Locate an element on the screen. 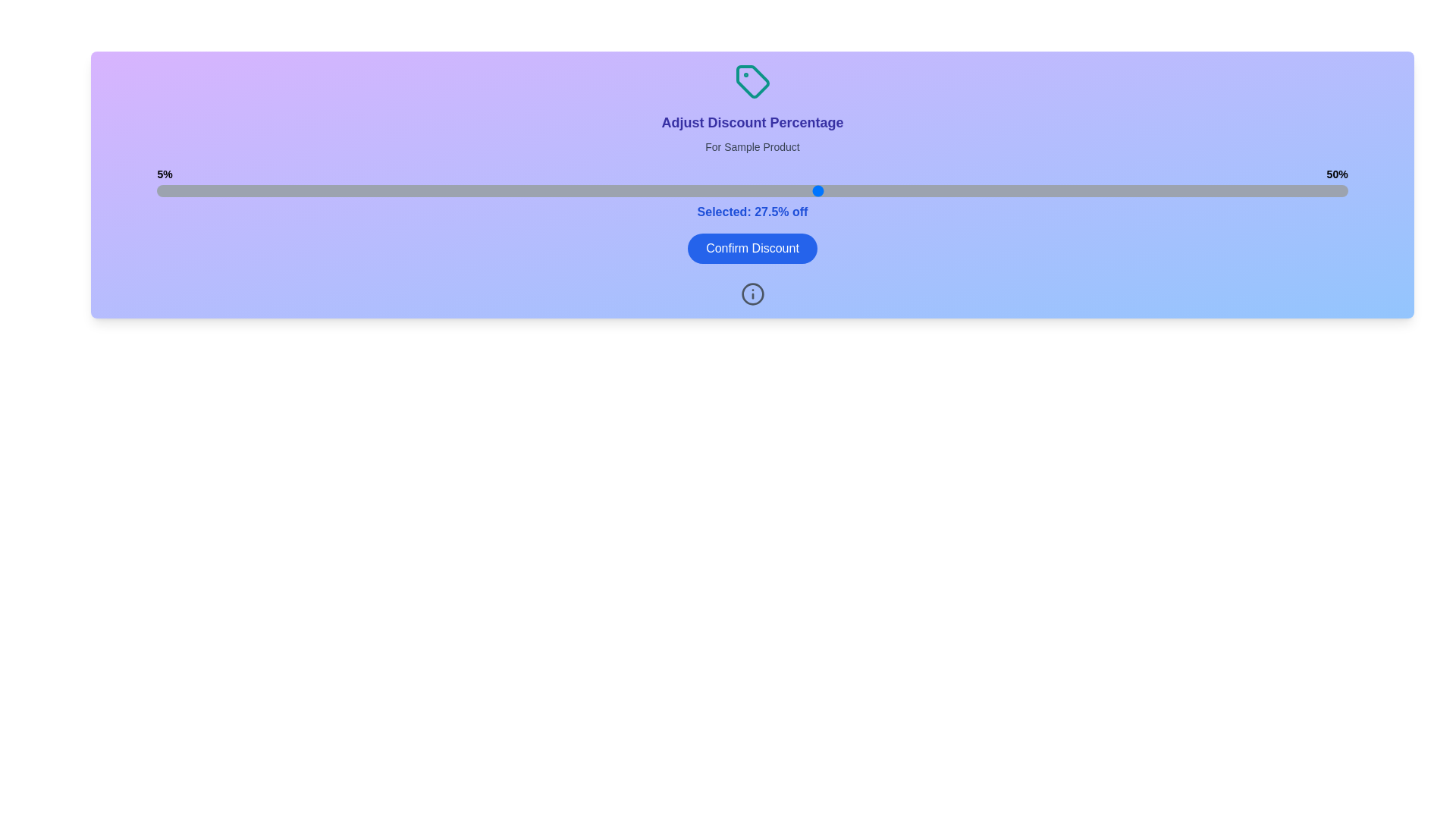 This screenshot has width=1456, height=819. the discount percentage is located at coordinates (527, 190).